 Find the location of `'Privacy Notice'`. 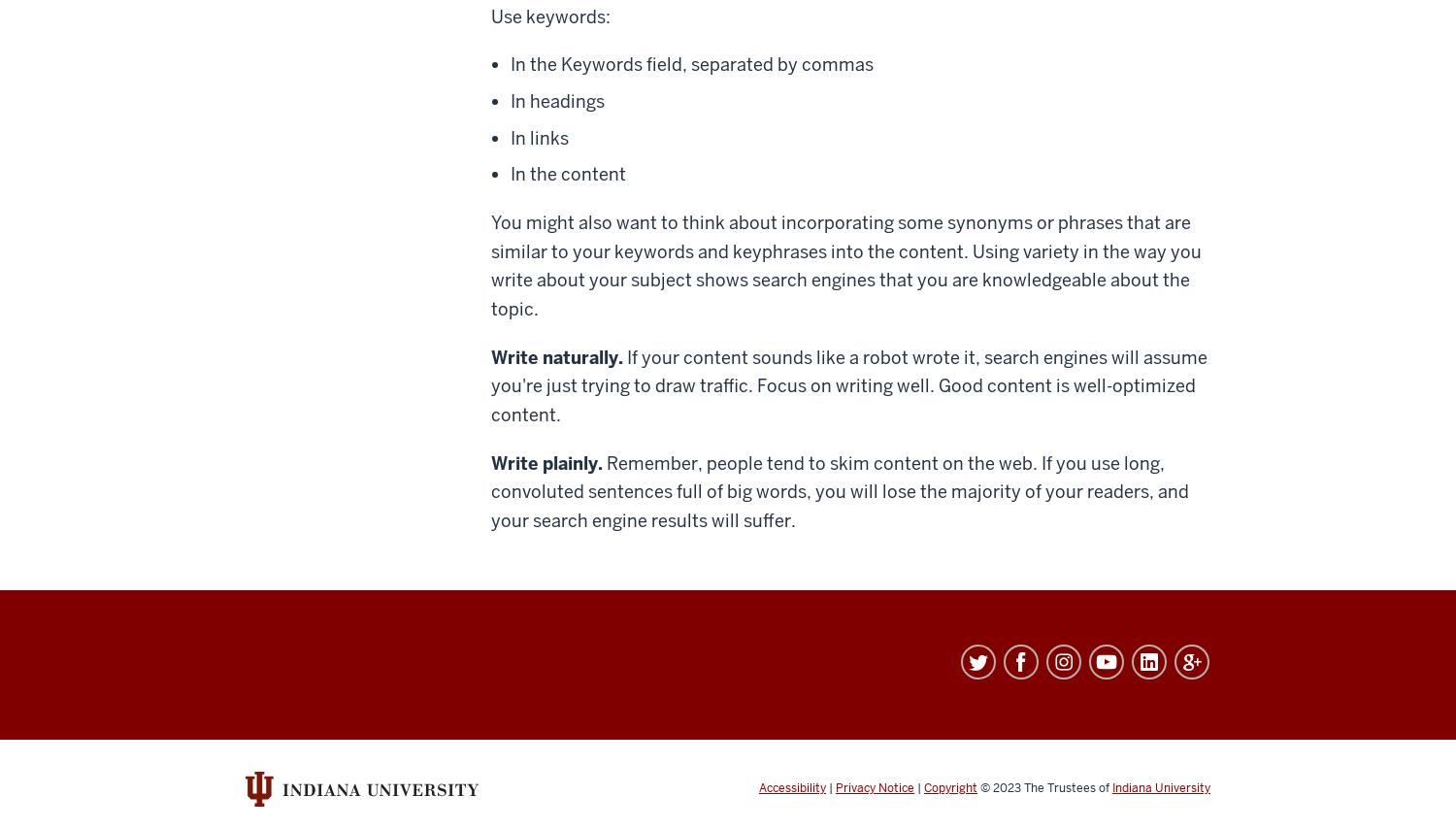

'Privacy Notice' is located at coordinates (875, 785).